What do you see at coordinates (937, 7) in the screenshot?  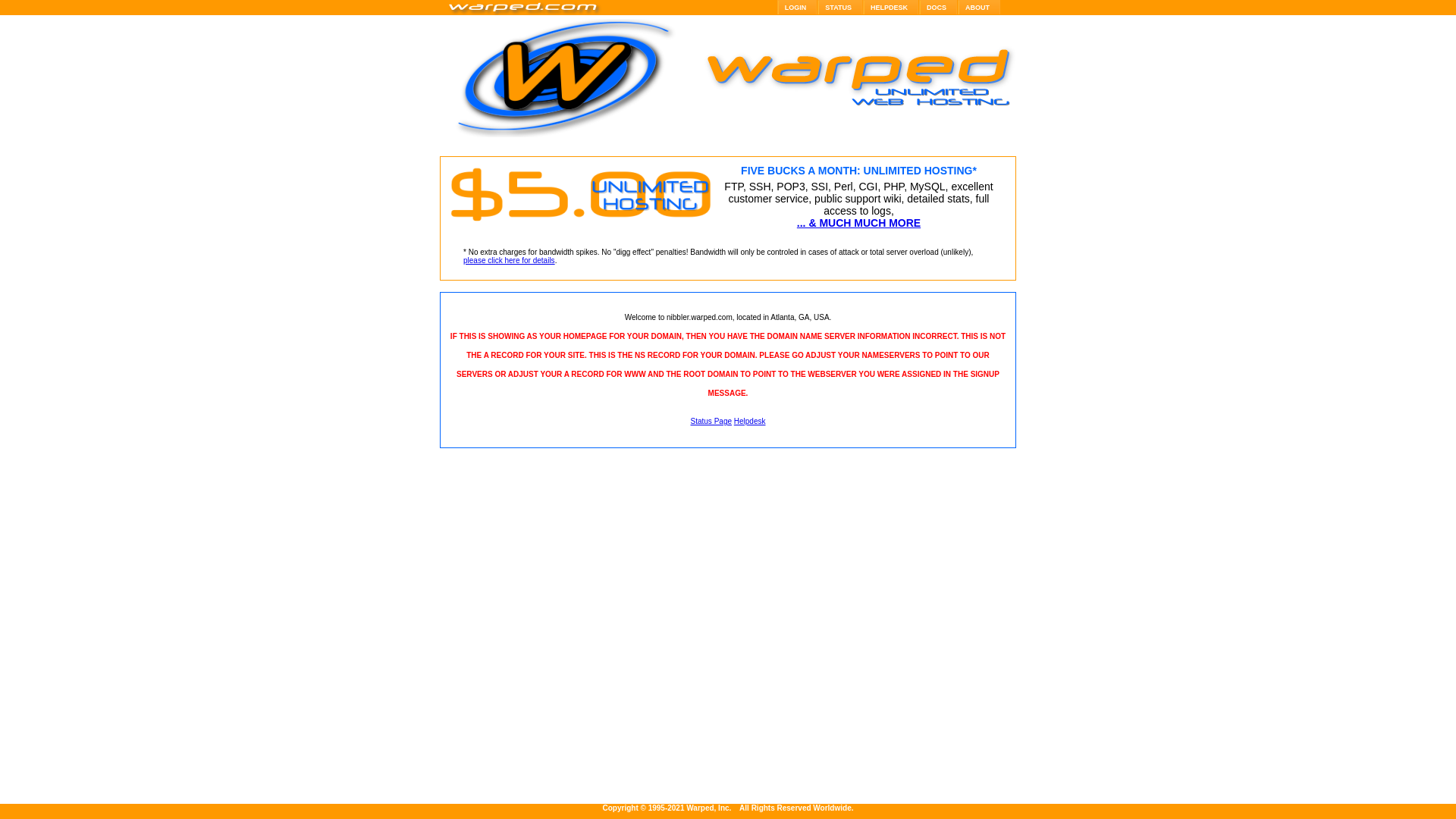 I see `'DOCS'` at bounding box center [937, 7].